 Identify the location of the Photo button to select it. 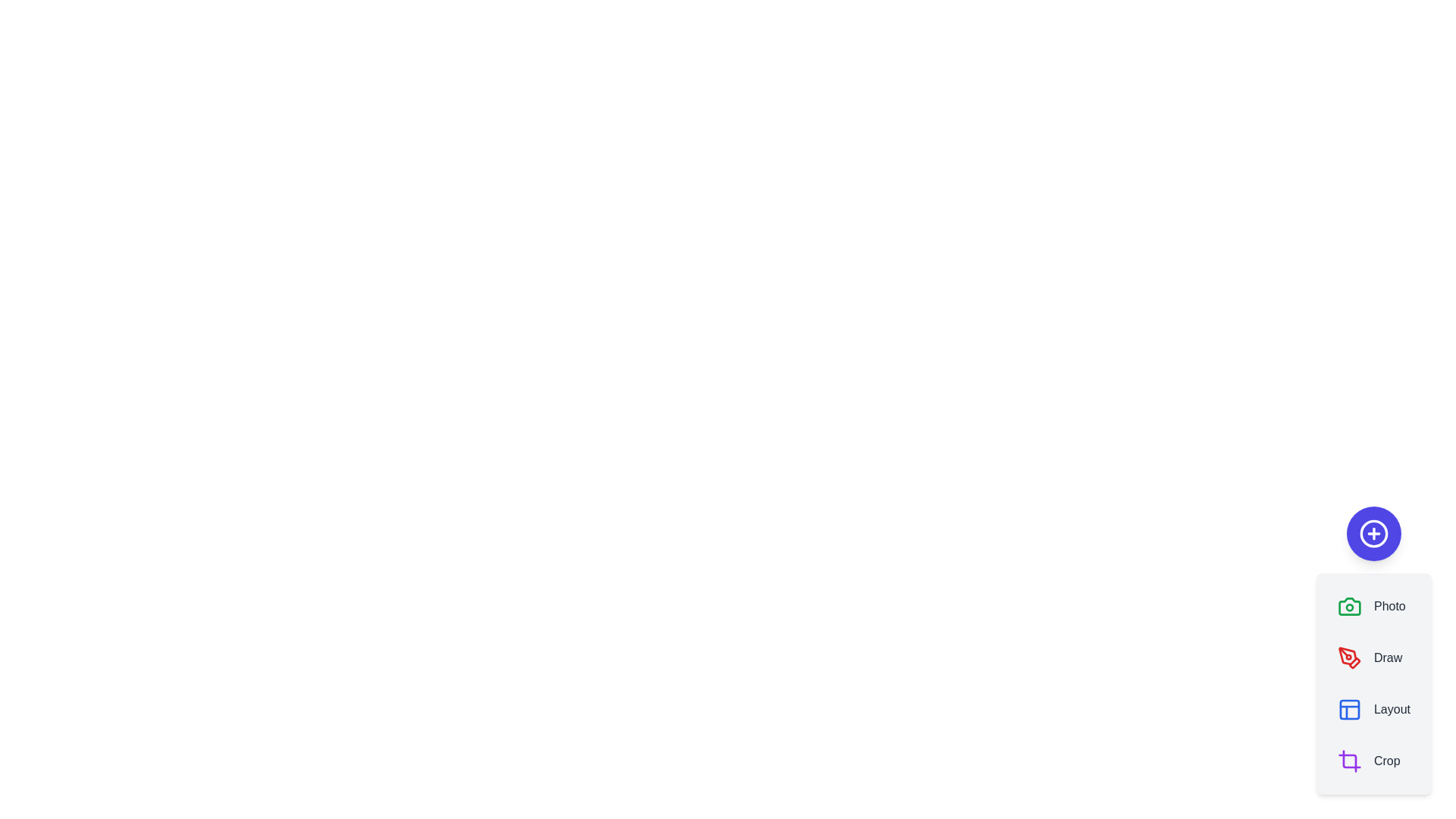
(1371, 605).